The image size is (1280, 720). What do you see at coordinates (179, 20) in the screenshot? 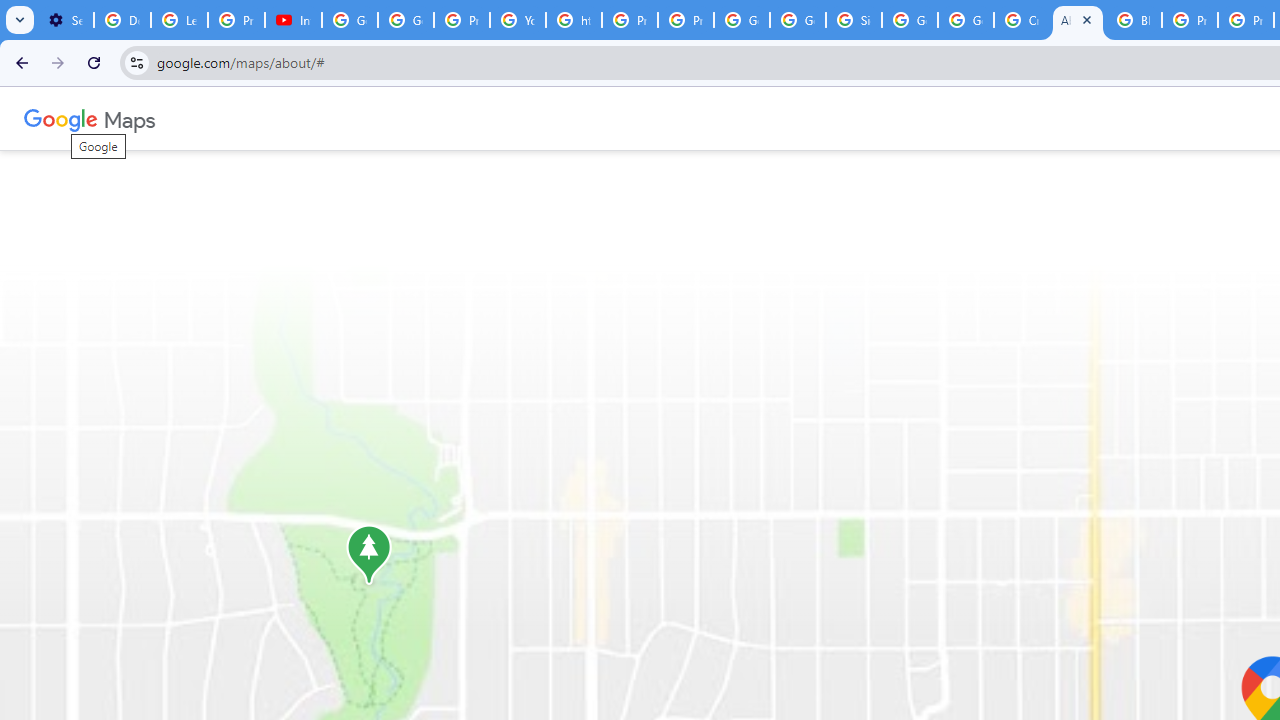
I see `'Learn how to find your photos - Google Photos Help'` at bounding box center [179, 20].